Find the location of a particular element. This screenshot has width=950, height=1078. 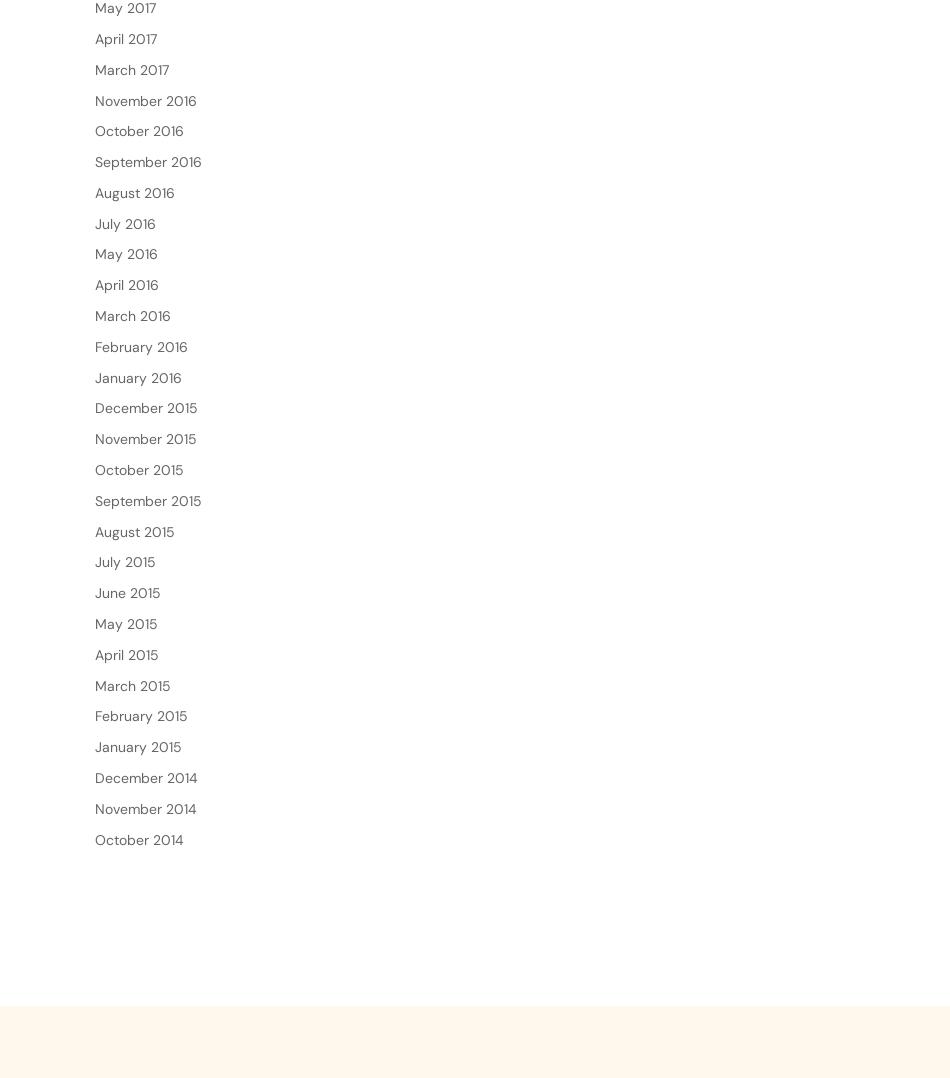

'February 2016' is located at coordinates (141, 410).